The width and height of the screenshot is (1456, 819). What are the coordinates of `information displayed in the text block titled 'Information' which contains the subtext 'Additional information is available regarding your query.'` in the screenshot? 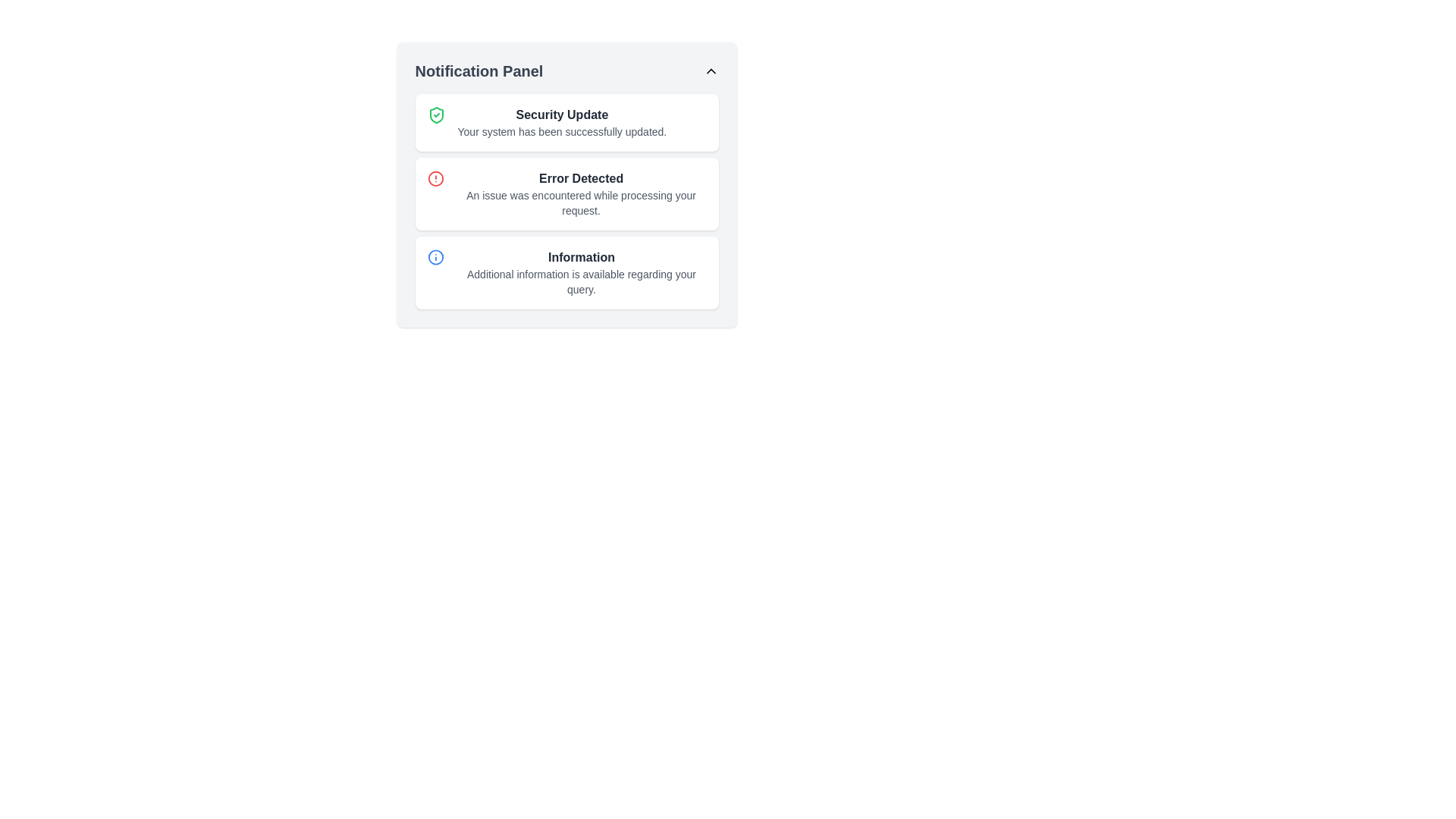 It's located at (581, 271).